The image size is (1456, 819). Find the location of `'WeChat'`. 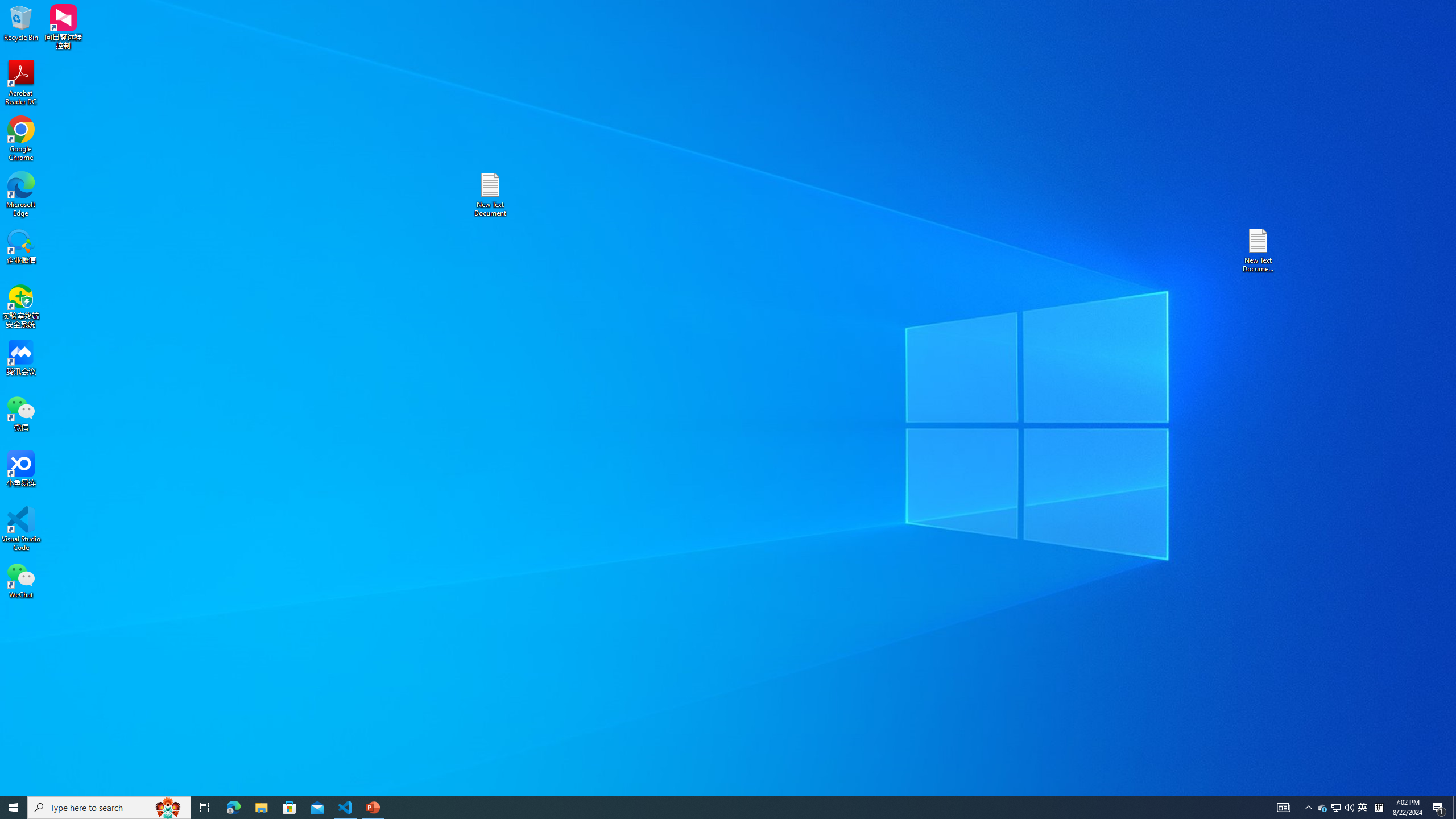

'WeChat' is located at coordinates (20, 580).